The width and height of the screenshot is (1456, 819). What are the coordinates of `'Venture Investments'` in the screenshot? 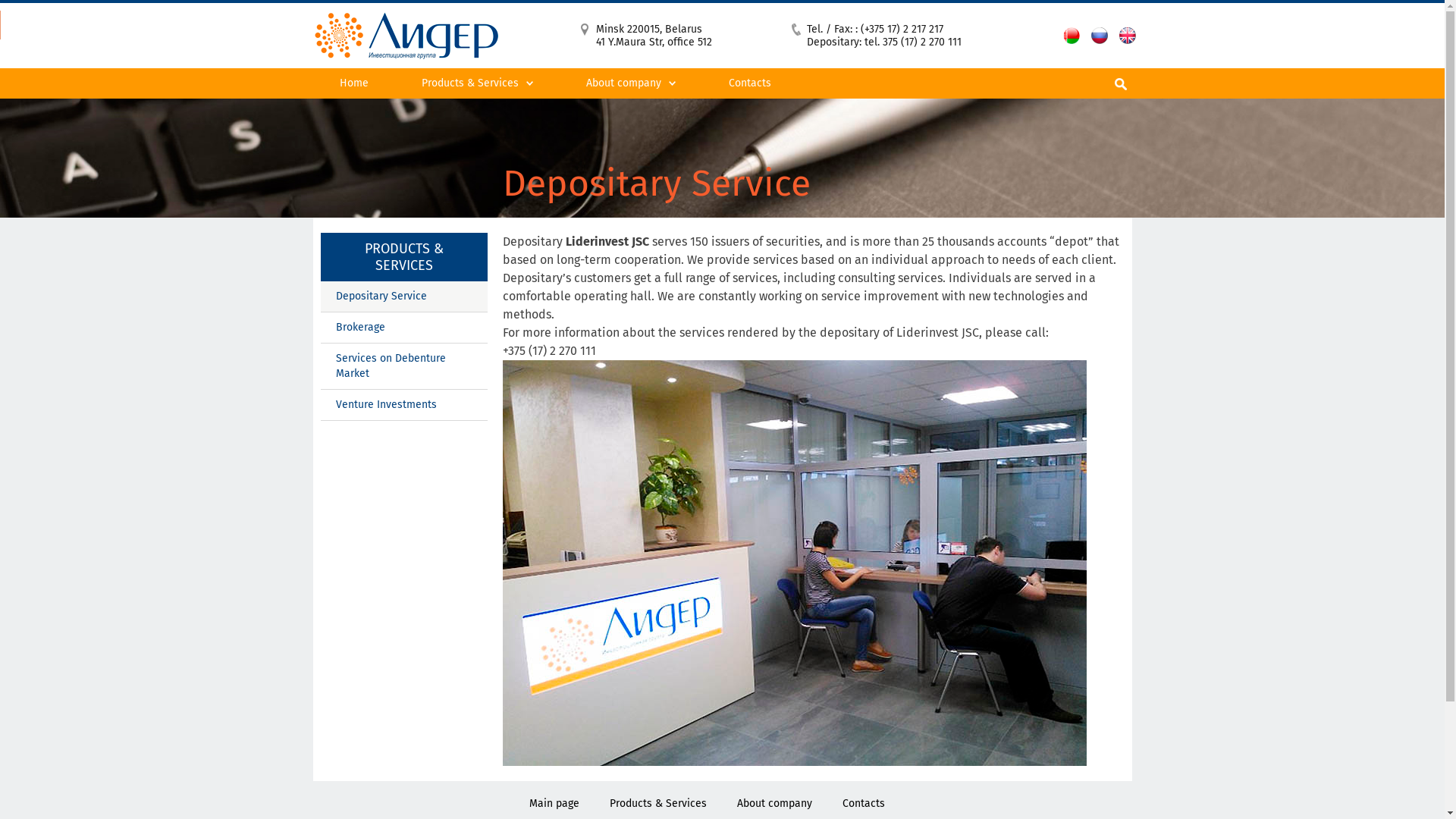 It's located at (403, 404).